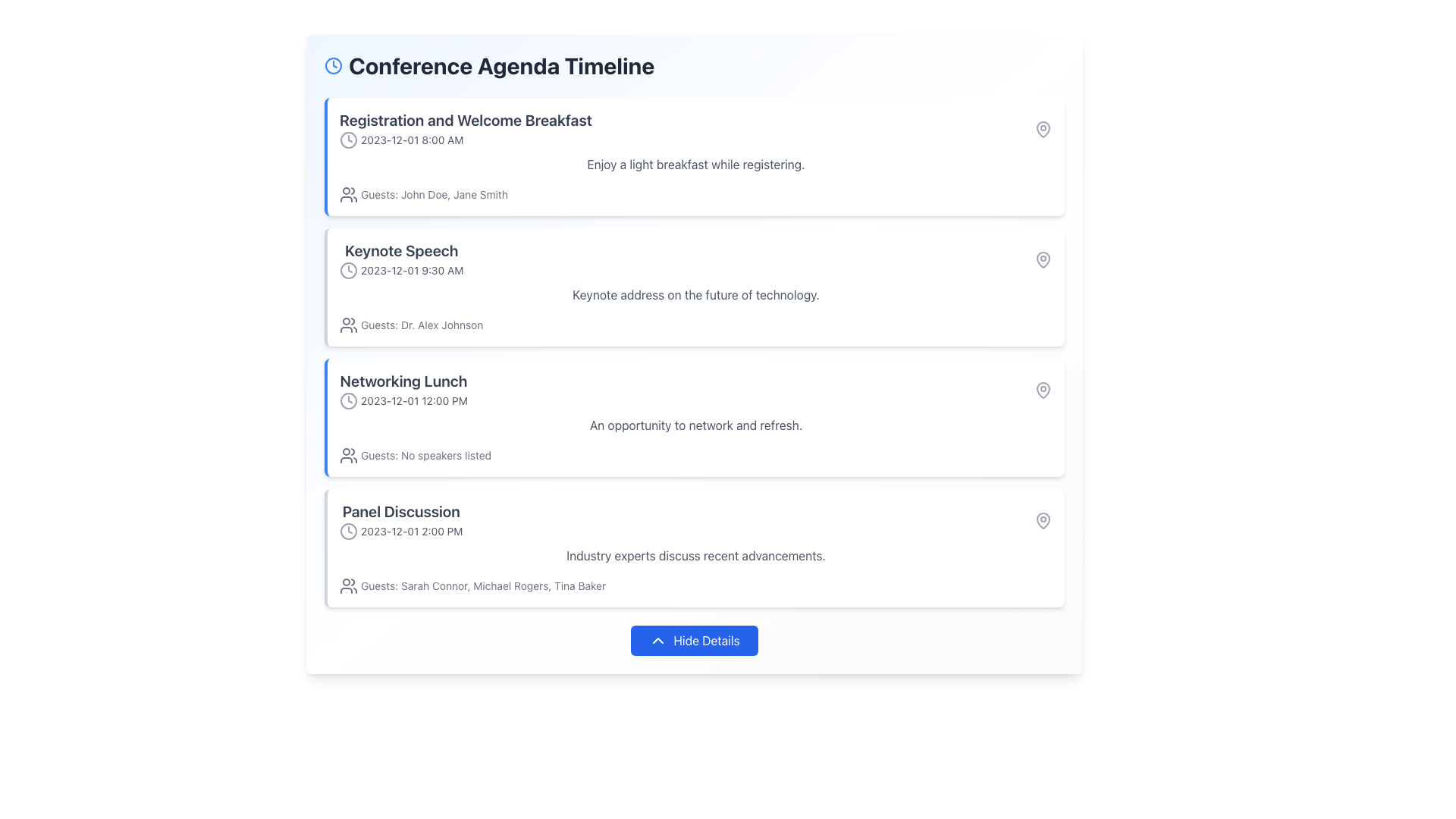  What do you see at coordinates (694, 640) in the screenshot?
I see `the button with a blue background and white text labeled 'Hide Details', located at the bottom of the 'Conference Agenda Timeline' after the 'Panel Discussion' section` at bounding box center [694, 640].